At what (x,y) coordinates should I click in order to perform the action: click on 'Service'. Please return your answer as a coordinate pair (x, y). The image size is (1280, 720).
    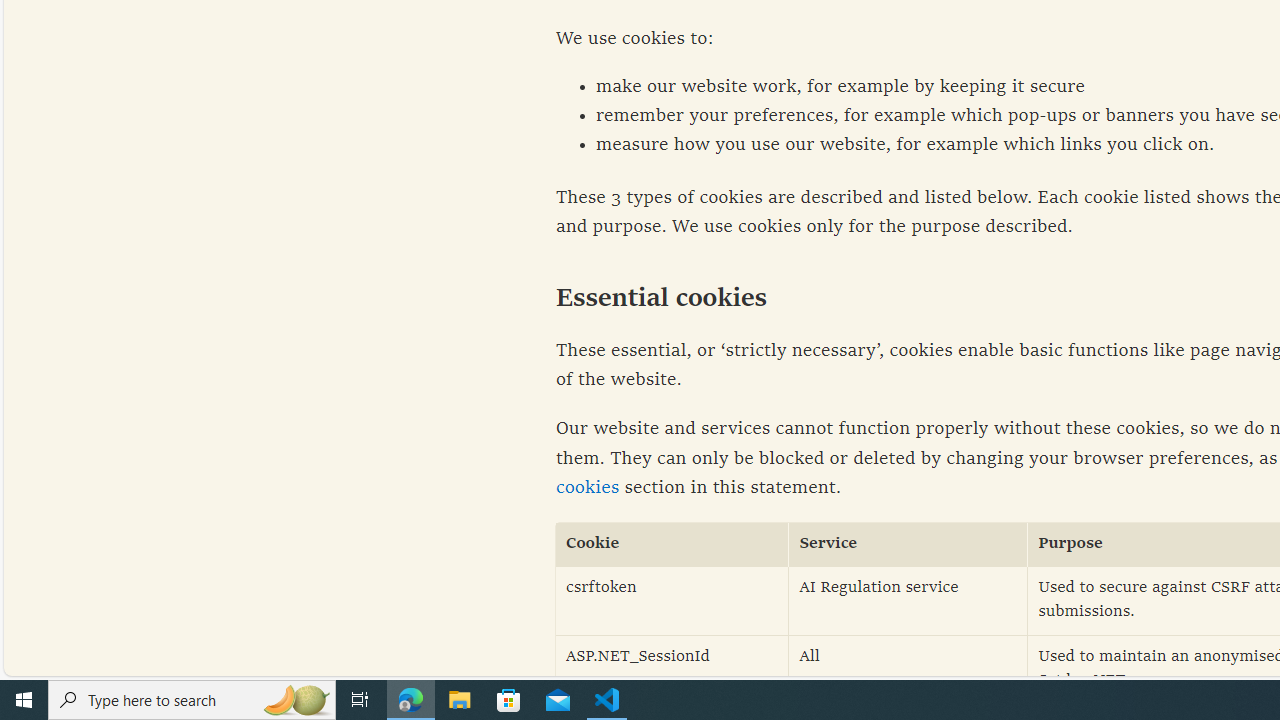
    Looking at the image, I should click on (907, 544).